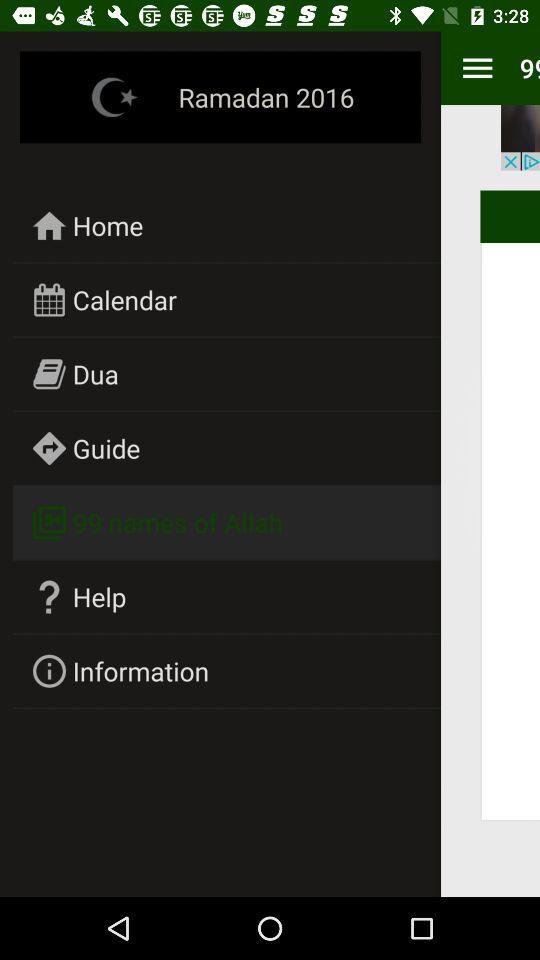 The height and width of the screenshot is (960, 540). Describe the element at coordinates (476, 68) in the screenshot. I see `menu option` at that location.